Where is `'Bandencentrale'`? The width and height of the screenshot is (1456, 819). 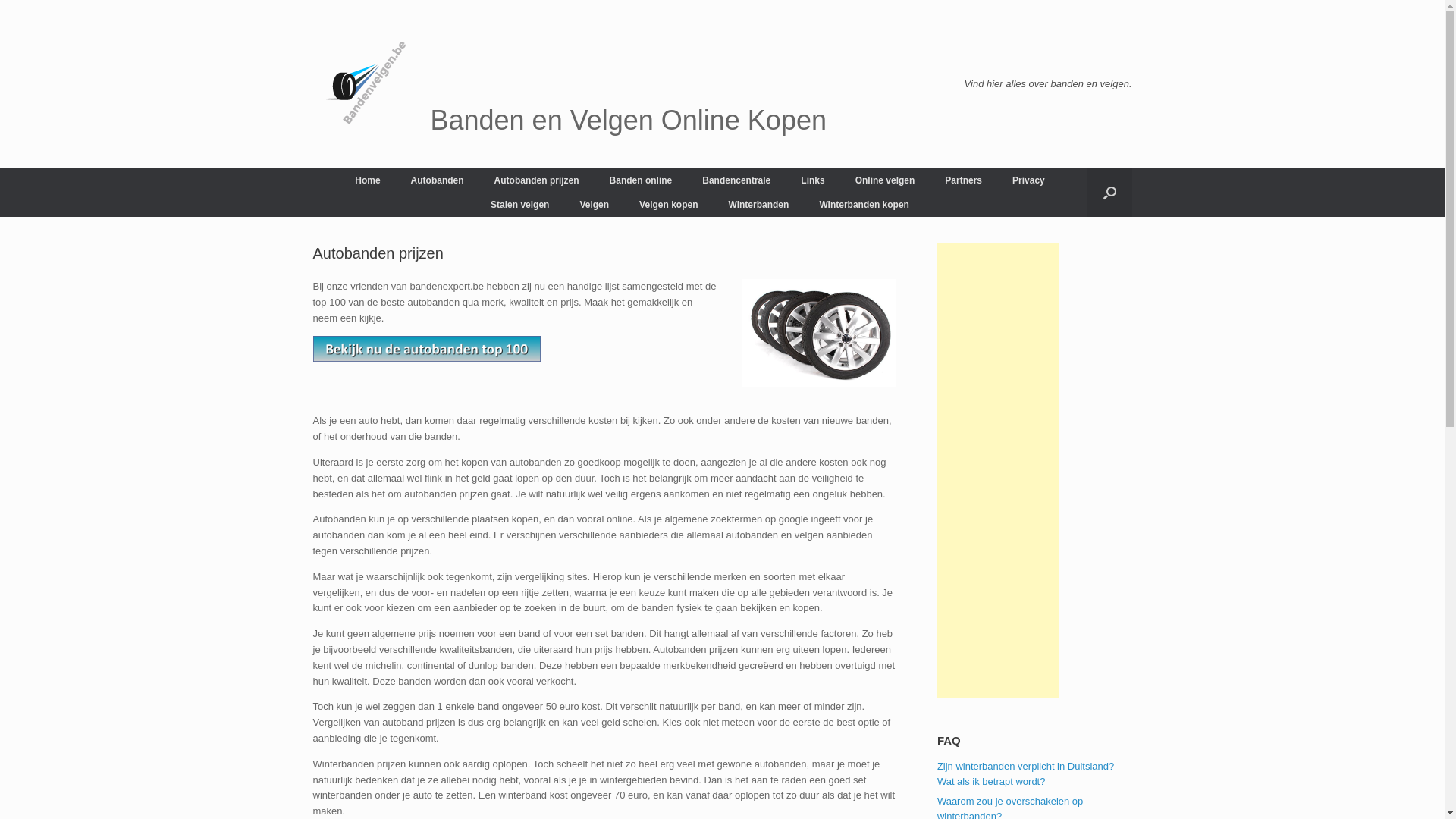
'Bandencentrale' is located at coordinates (736, 180).